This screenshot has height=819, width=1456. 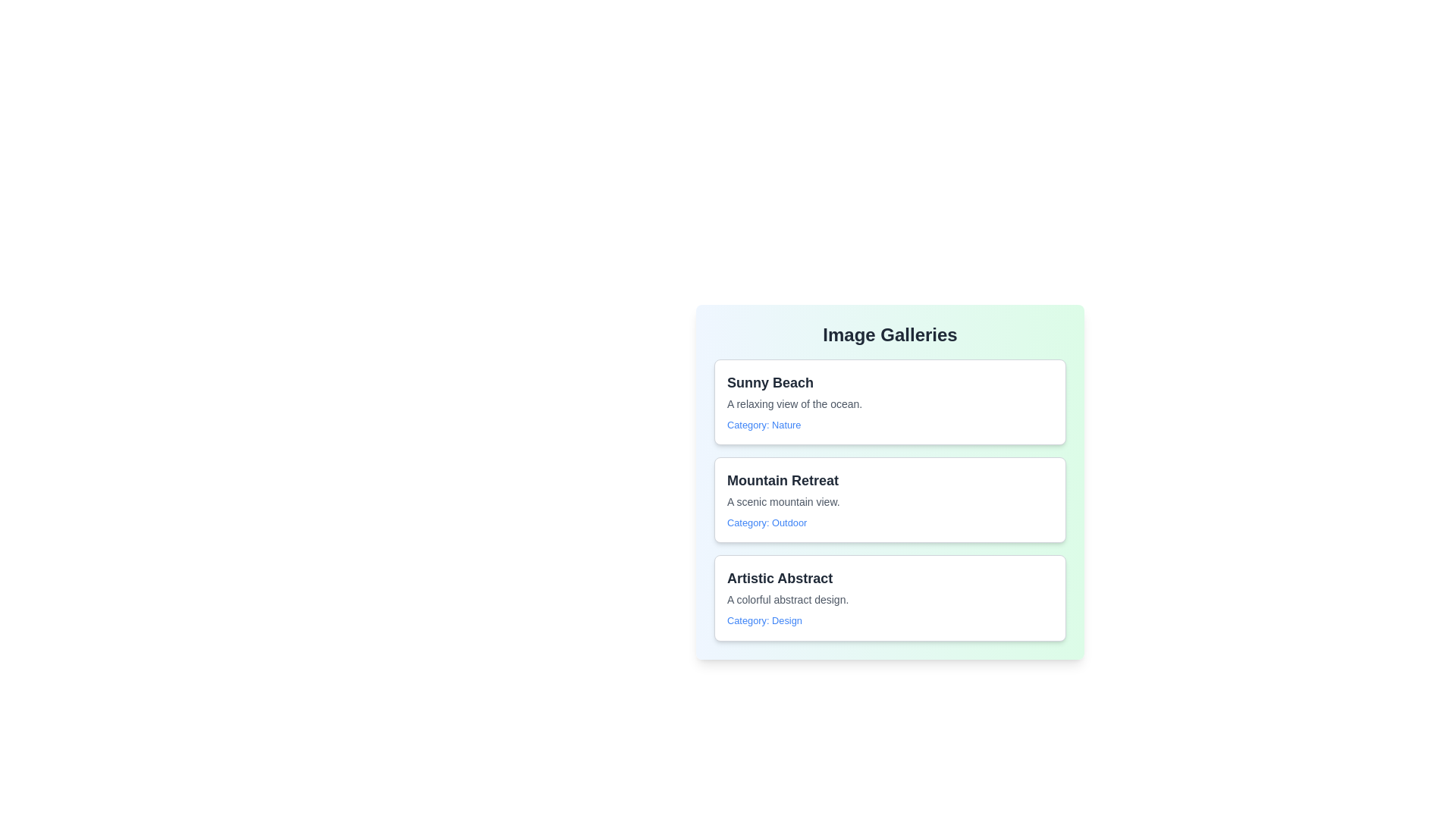 What do you see at coordinates (890, 500) in the screenshot?
I see `the gallery item Mountain Retreat from the list` at bounding box center [890, 500].